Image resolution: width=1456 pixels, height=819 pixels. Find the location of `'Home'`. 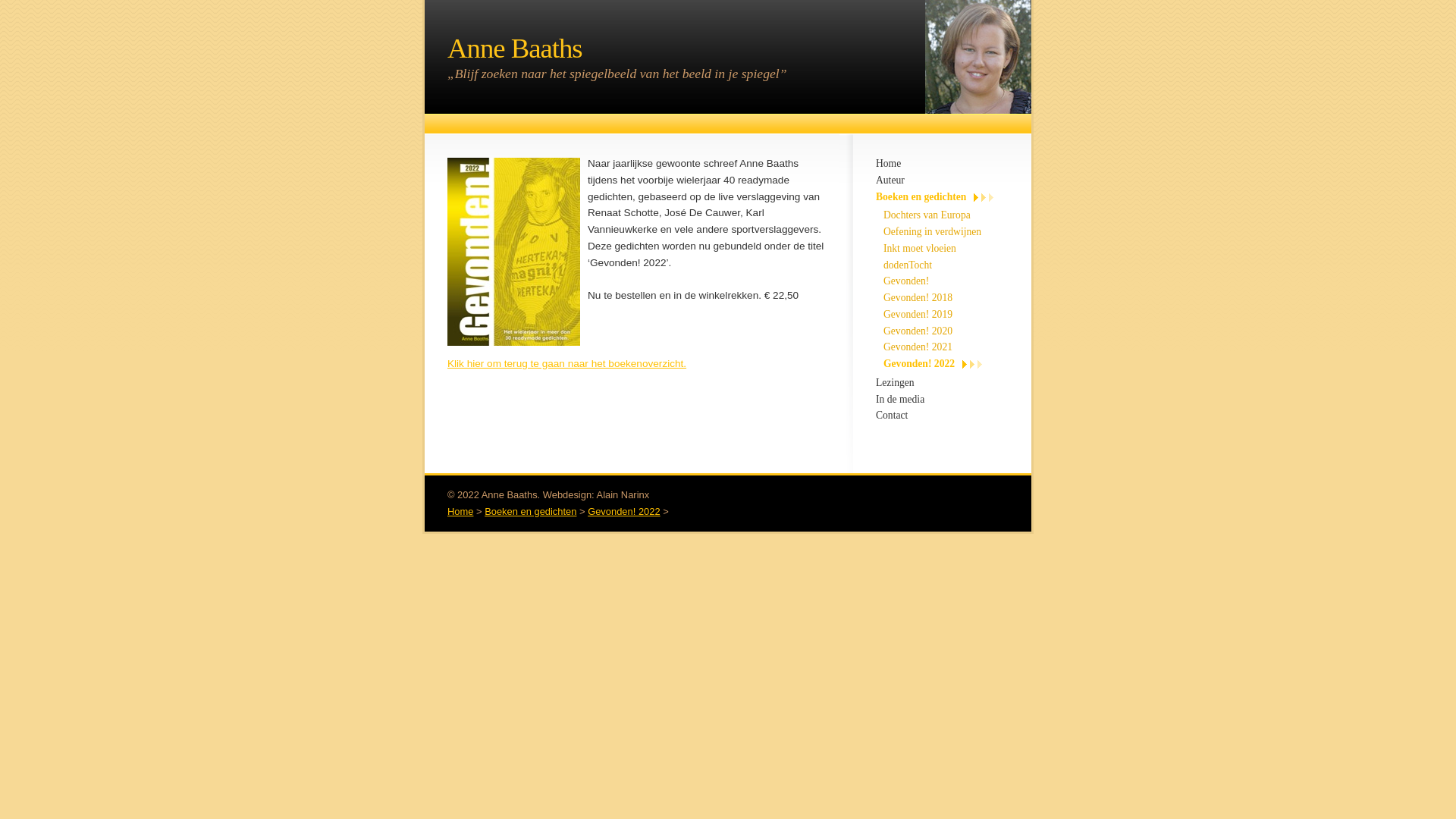

'Home' is located at coordinates (888, 163).